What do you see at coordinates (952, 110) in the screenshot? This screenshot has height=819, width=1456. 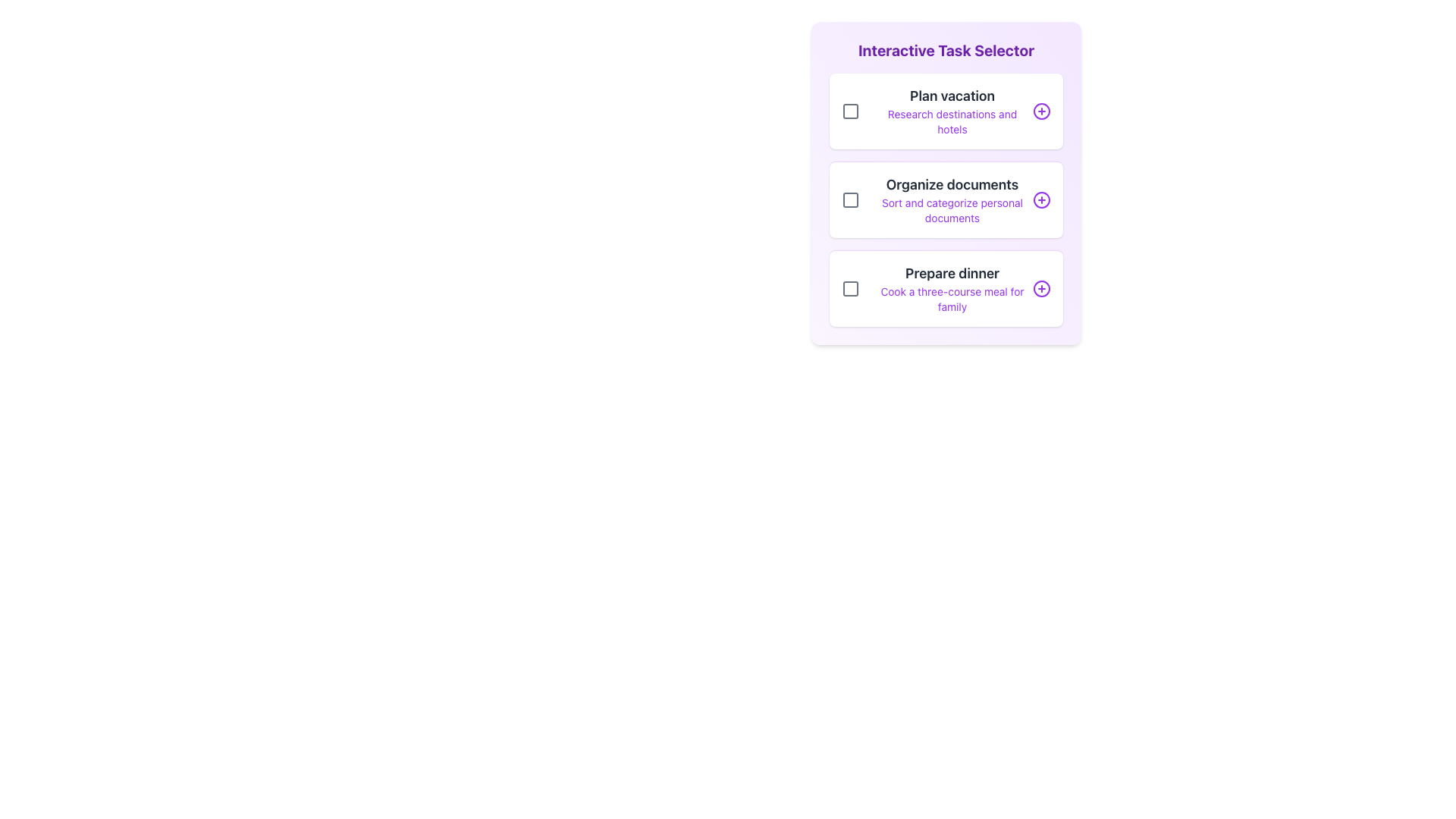 I see `the text block labeled 'Plan vacation' which describes the task 'Research destinations and hotels.' This text block is the first item in the 'Interactive Task Selector' list` at bounding box center [952, 110].